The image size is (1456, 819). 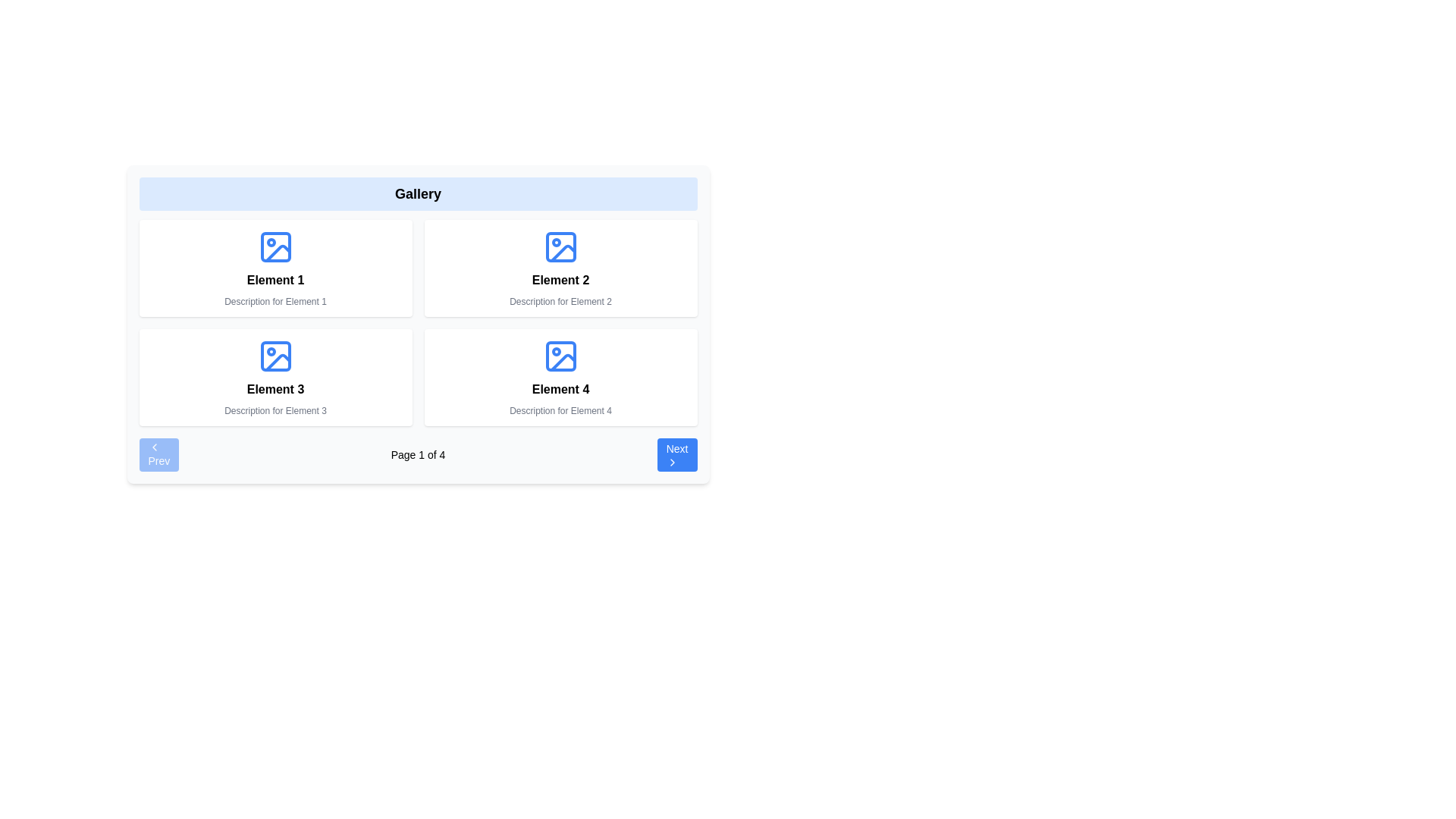 I want to click on the selectable card representing 'Element 3', located in the bottom-left corner of a 2x2 grid structure, directly below 'Element 1', so click(x=275, y=376).